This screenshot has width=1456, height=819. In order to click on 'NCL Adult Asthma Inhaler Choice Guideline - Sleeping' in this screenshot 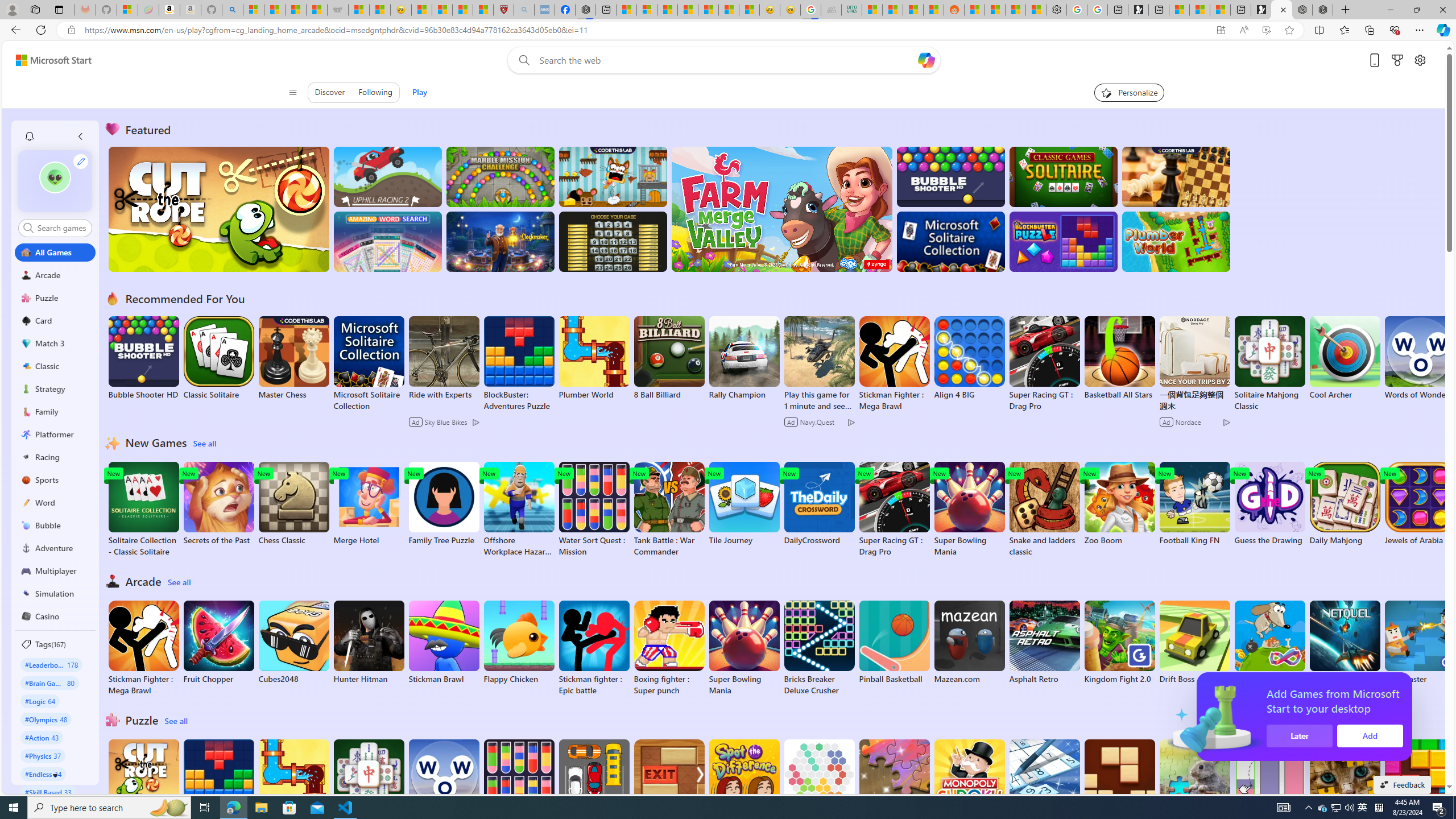, I will do `click(544, 9)`.